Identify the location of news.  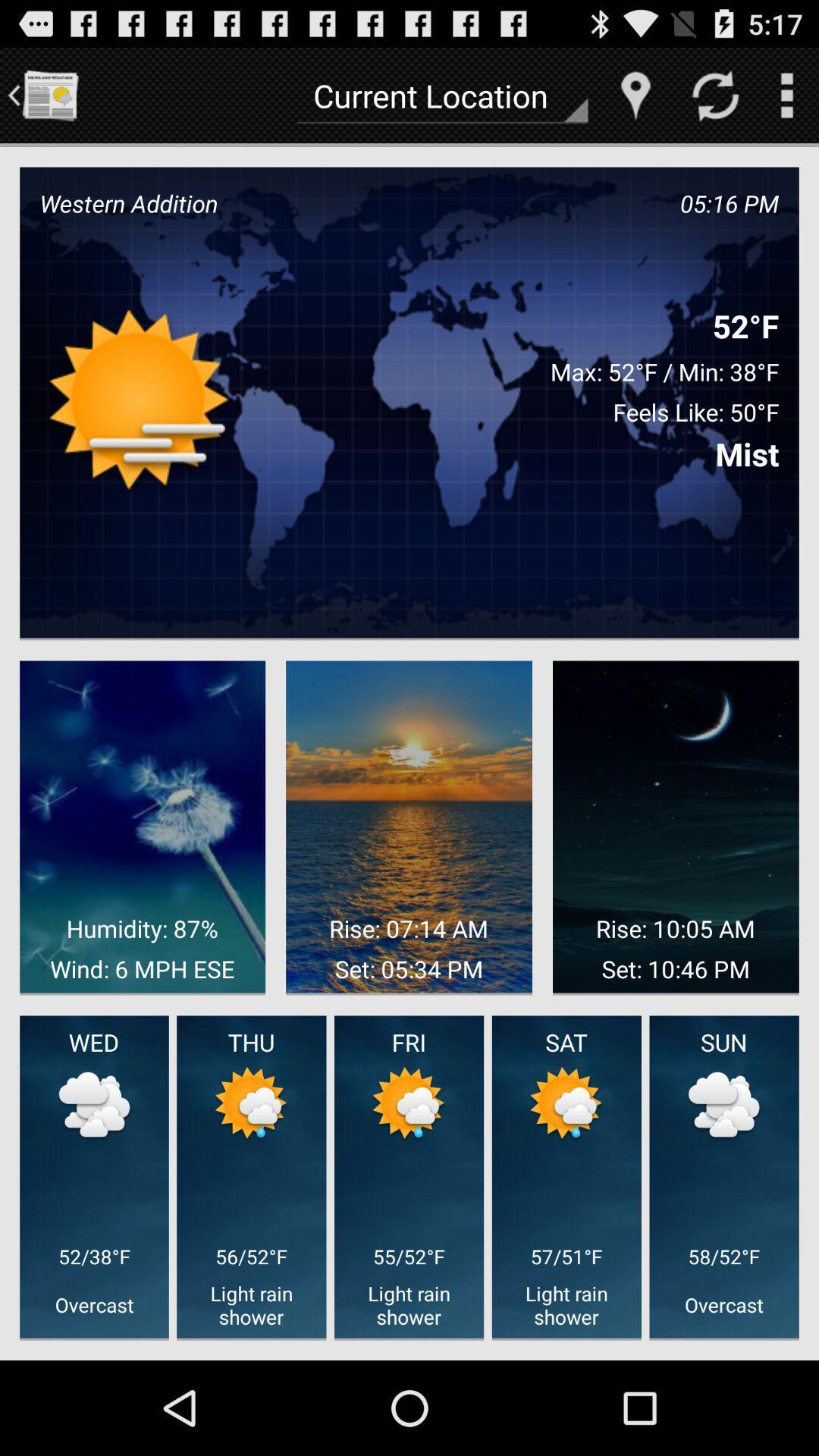
(49, 94).